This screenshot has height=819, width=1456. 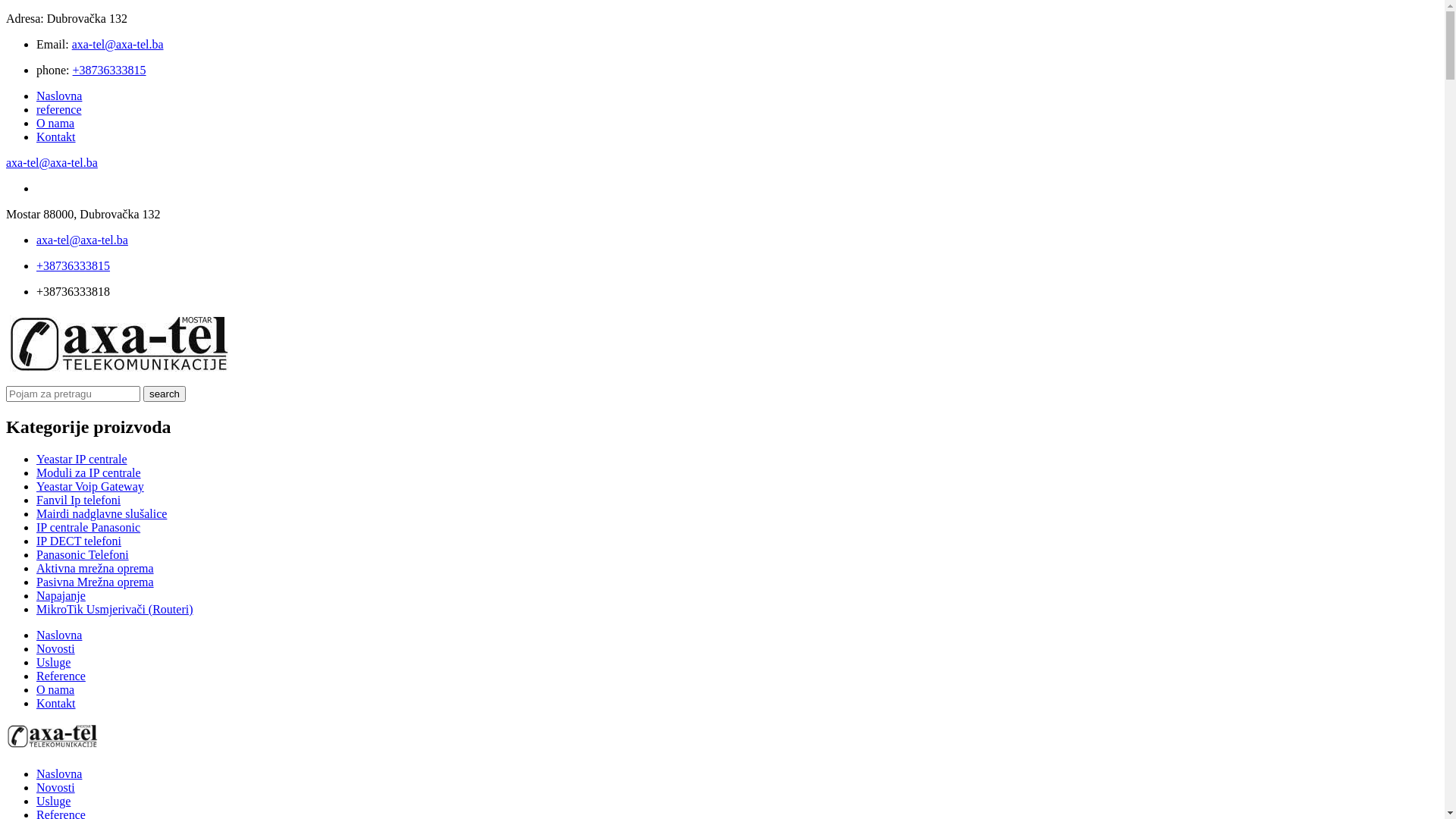 What do you see at coordinates (58, 96) in the screenshot?
I see `'Naslovna'` at bounding box center [58, 96].